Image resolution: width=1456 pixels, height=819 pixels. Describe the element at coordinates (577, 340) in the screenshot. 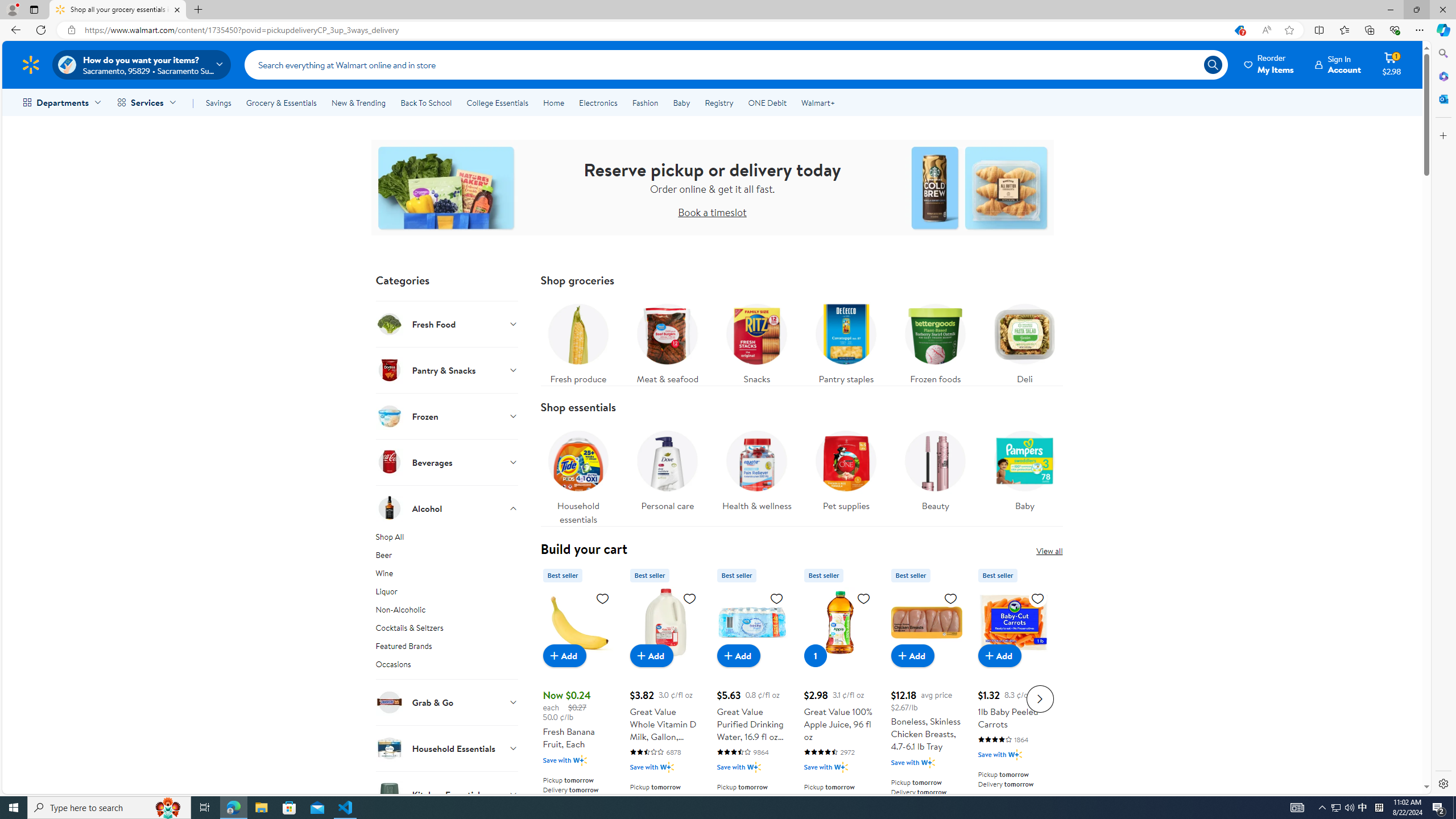

I see `'Fresh produce'` at that location.